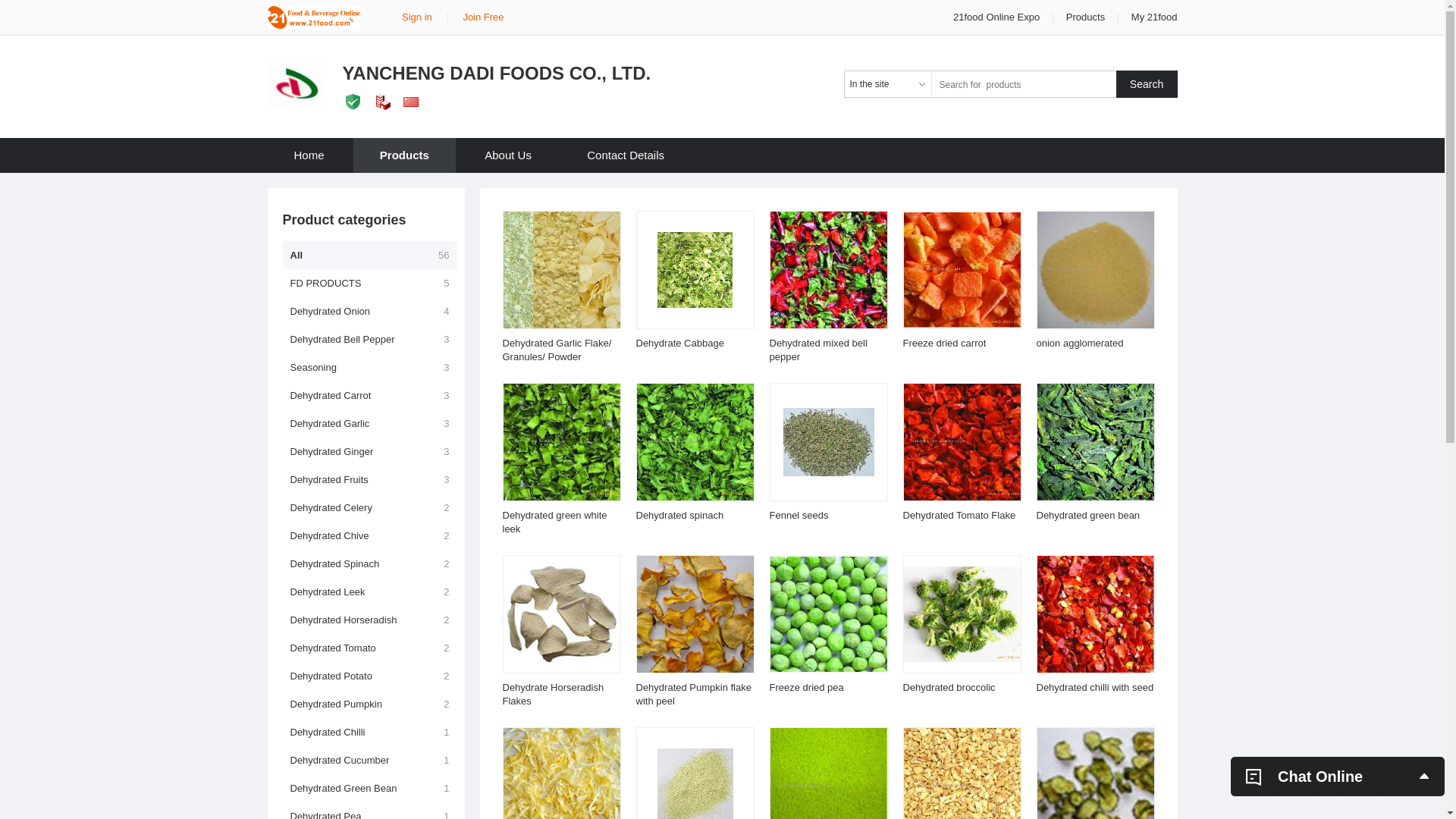  Describe the element at coordinates (626, 155) in the screenshot. I see `'Contact Details'` at that location.